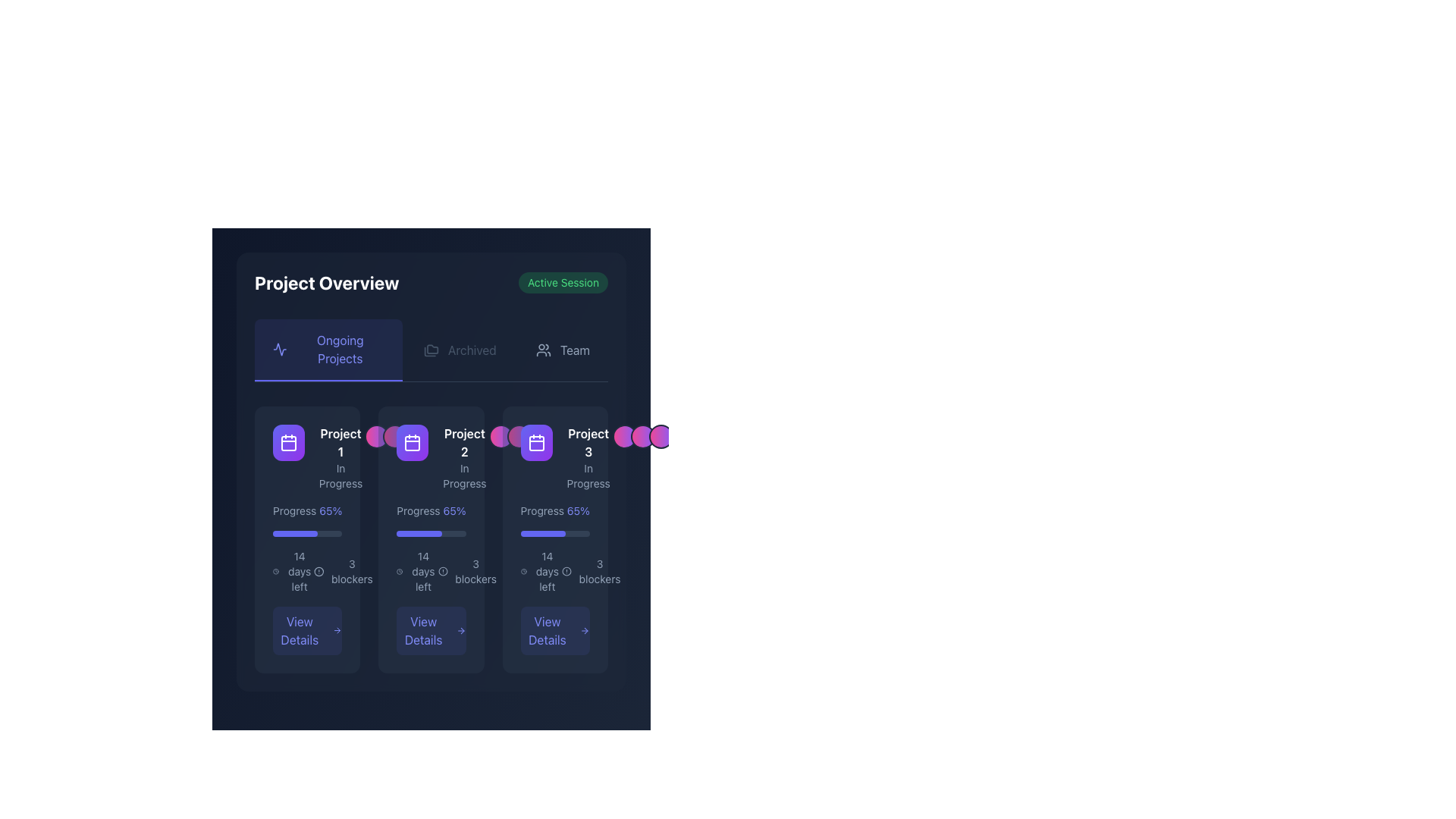  Describe the element at coordinates (430, 579) in the screenshot. I see `progress and timeframe information displayed in the lower middle section of the second card in the 'Project Overview' interface` at that location.